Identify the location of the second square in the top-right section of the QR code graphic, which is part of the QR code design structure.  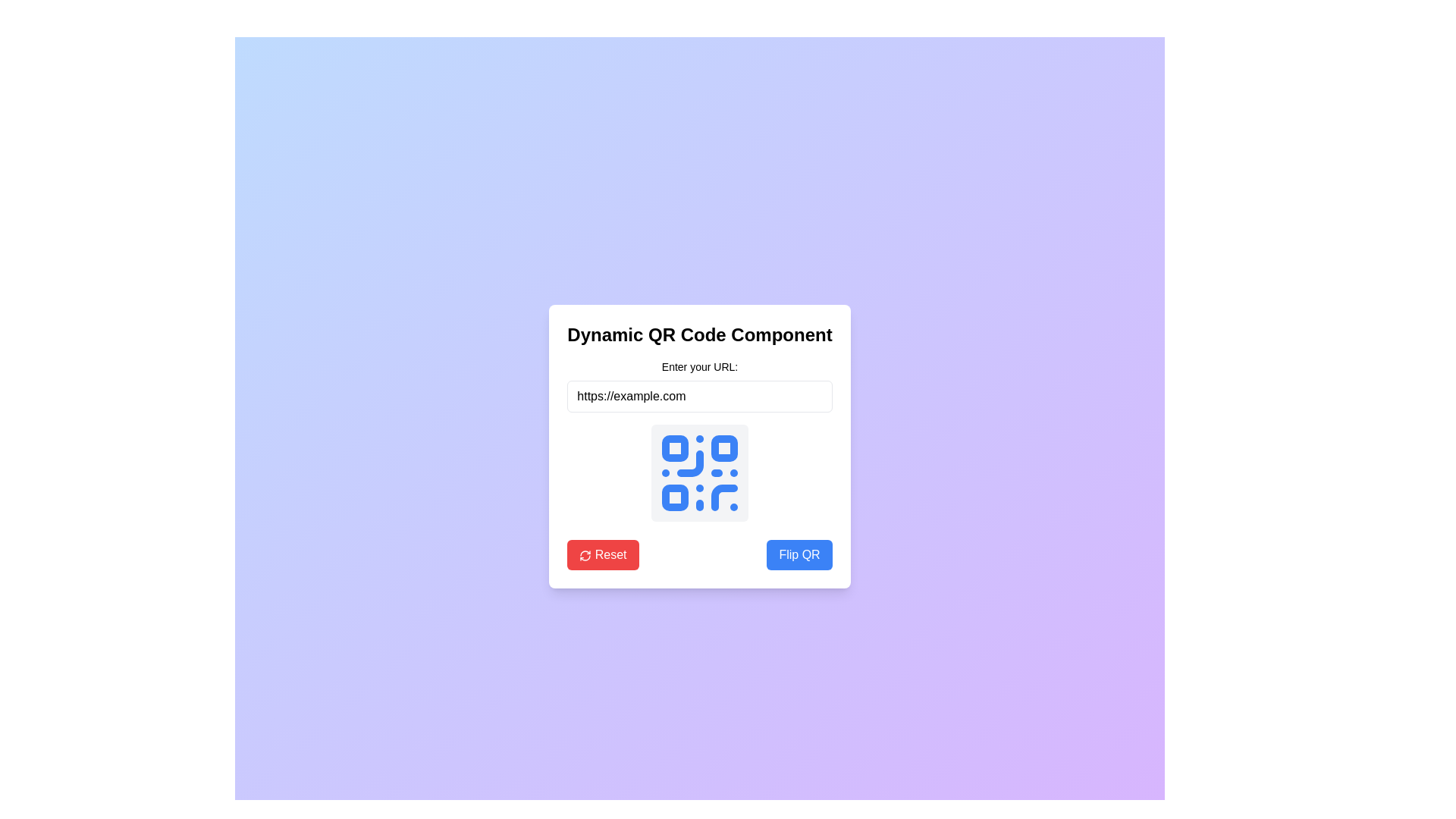
(723, 447).